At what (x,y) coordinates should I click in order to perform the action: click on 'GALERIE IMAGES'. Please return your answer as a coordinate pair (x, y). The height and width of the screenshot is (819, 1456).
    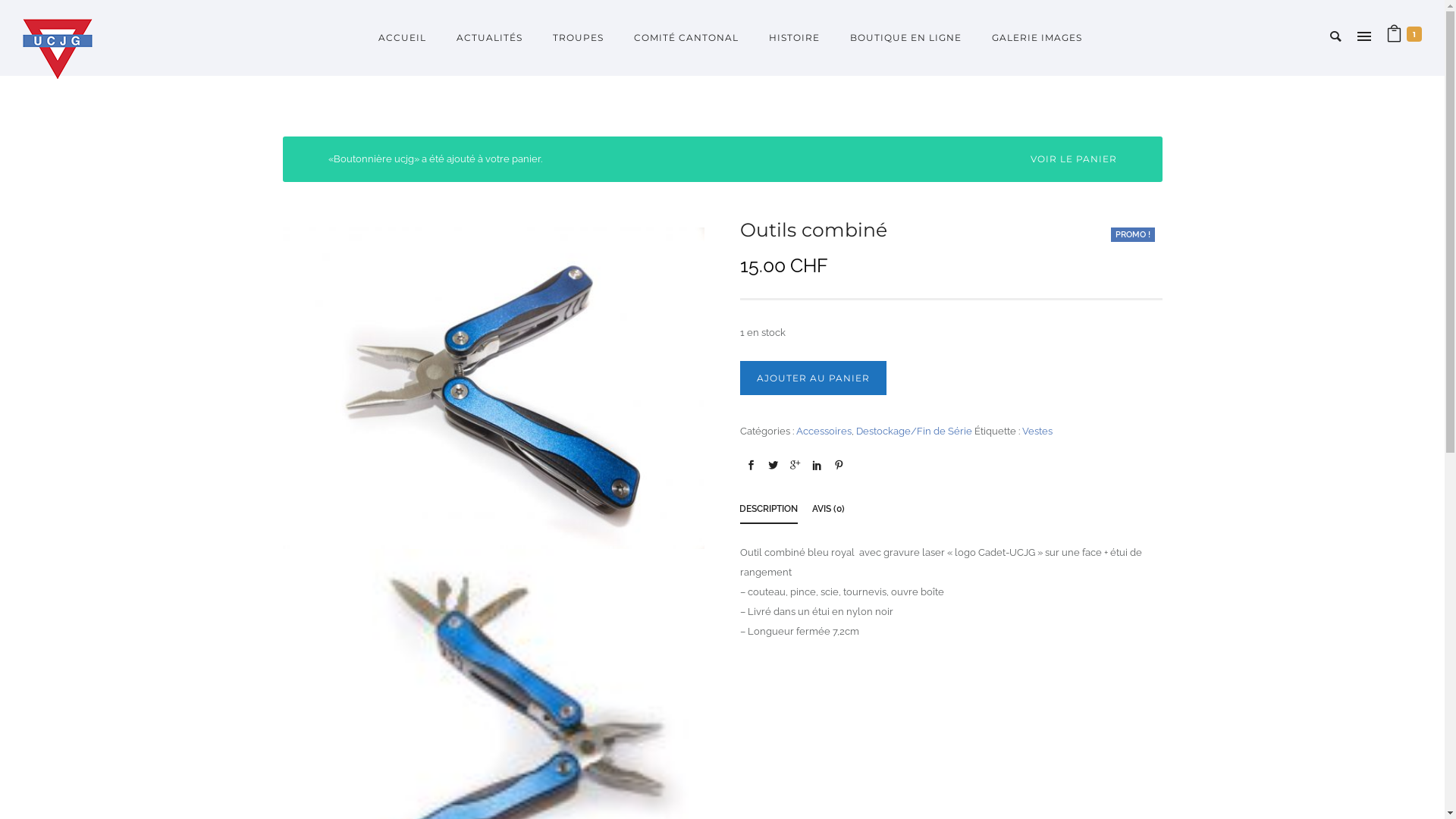
    Looking at the image, I should click on (1029, 36).